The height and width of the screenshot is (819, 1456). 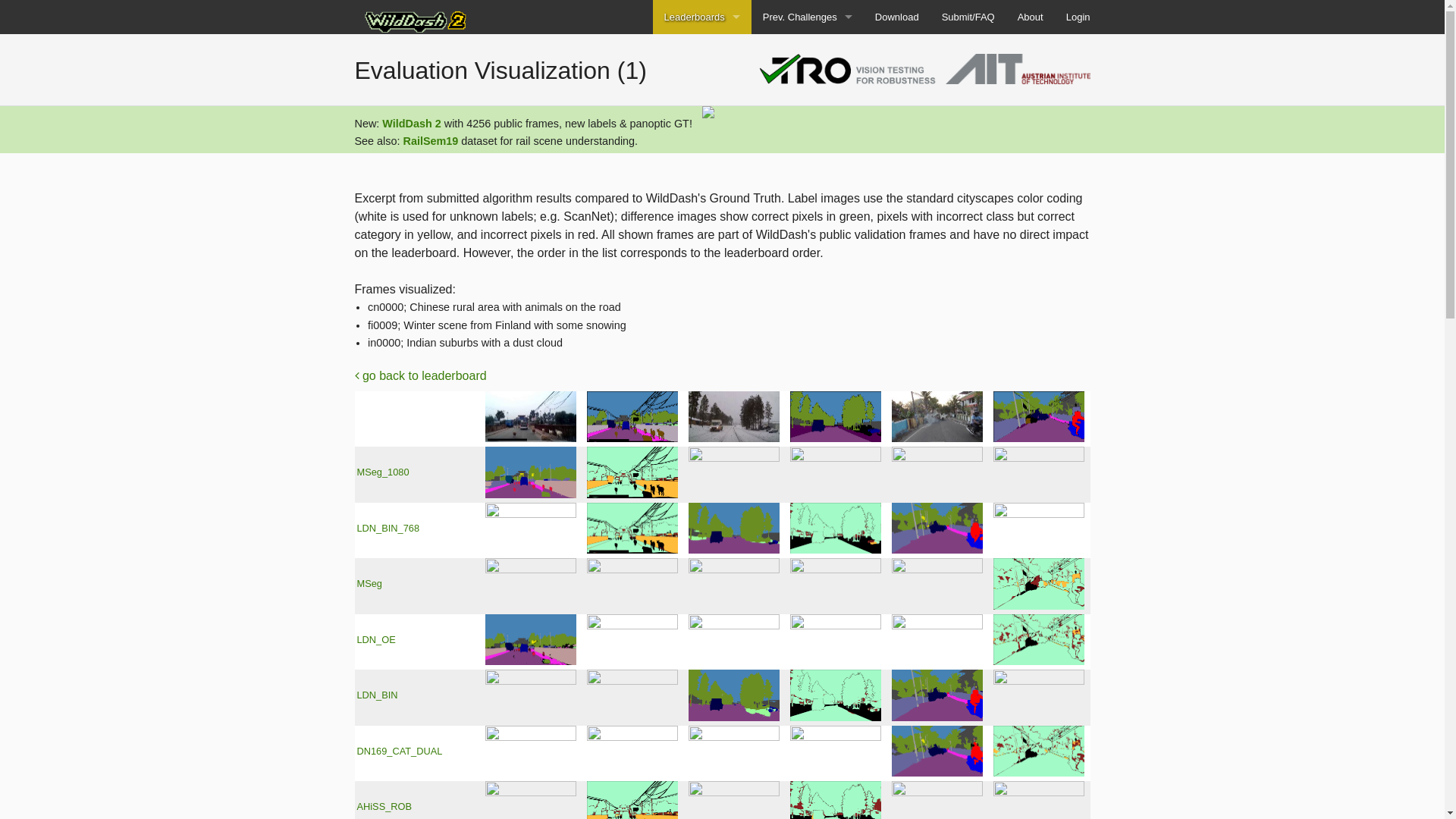 I want to click on 'About', so click(x=1030, y=17).